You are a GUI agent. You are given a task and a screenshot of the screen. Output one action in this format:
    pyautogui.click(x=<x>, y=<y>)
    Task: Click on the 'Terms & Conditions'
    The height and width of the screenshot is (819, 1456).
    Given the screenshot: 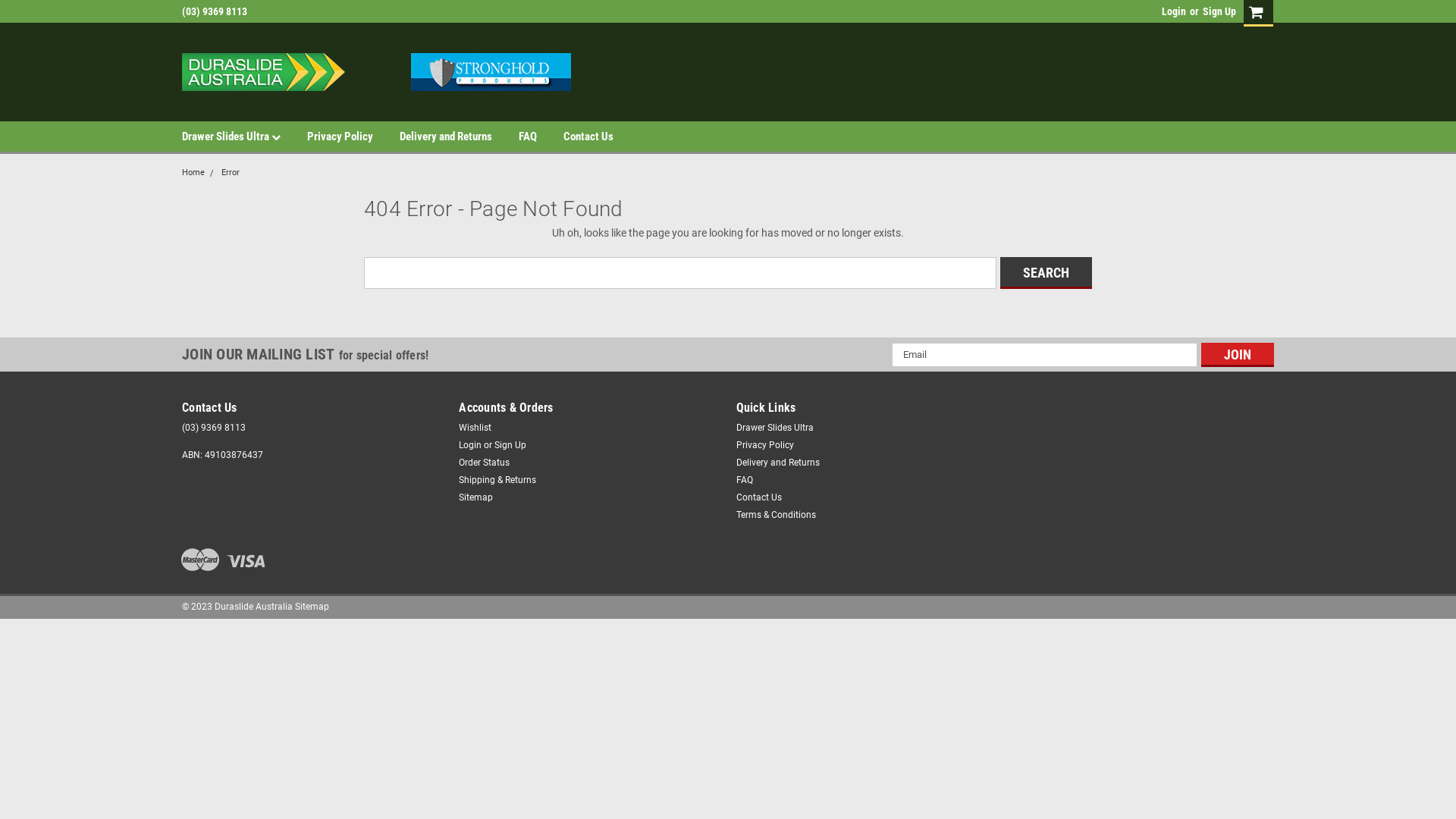 What is the action you would take?
    pyautogui.click(x=775, y=513)
    